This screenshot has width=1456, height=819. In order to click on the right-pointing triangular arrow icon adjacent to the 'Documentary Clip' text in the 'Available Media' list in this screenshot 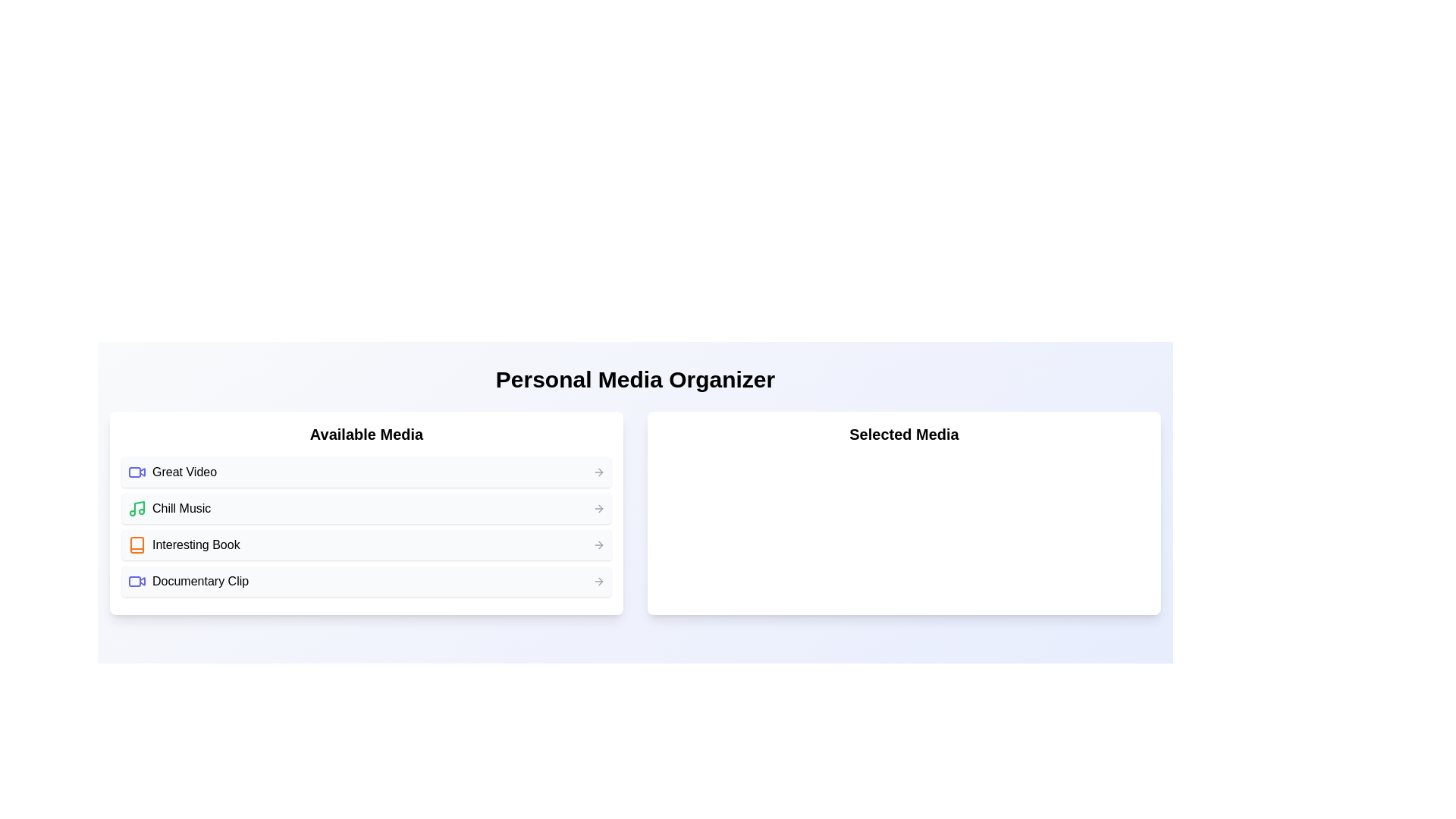, I will do `click(600, 581)`.